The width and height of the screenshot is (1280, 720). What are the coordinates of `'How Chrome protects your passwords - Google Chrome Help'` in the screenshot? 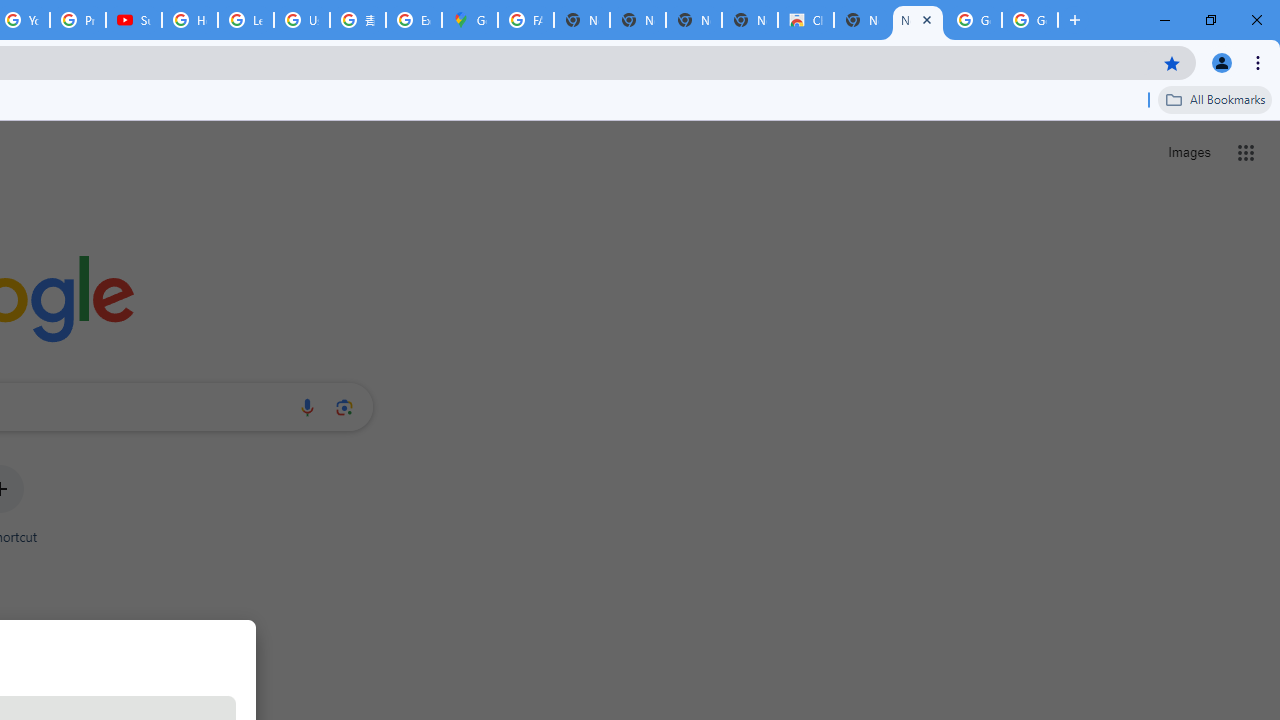 It's located at (190, 20).